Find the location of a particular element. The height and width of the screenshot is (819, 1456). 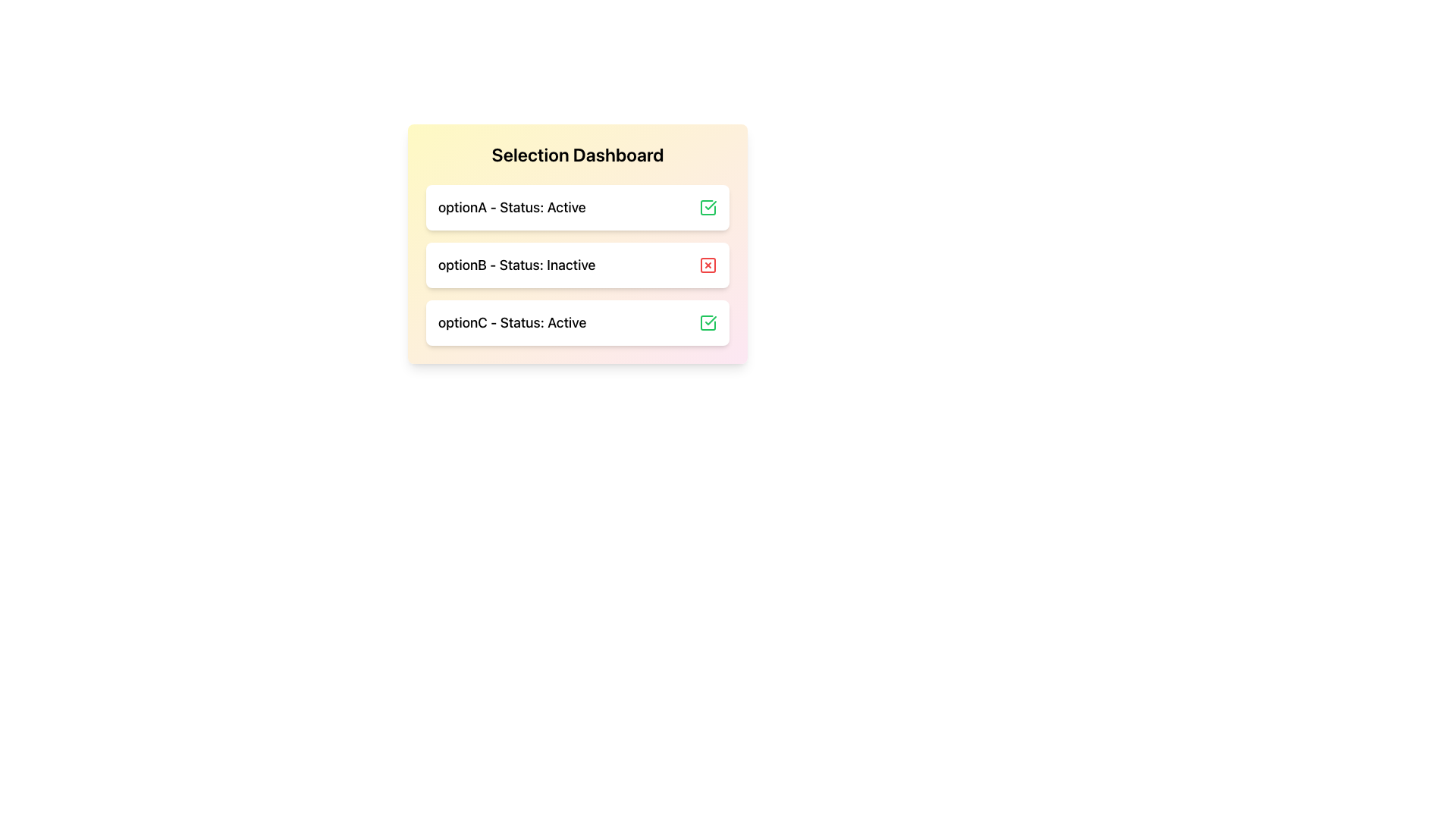

status information from the static text label indicating that 'optionA' is active, located at the topmost item of the vertically stacked list is located at coordinates (512, 207).